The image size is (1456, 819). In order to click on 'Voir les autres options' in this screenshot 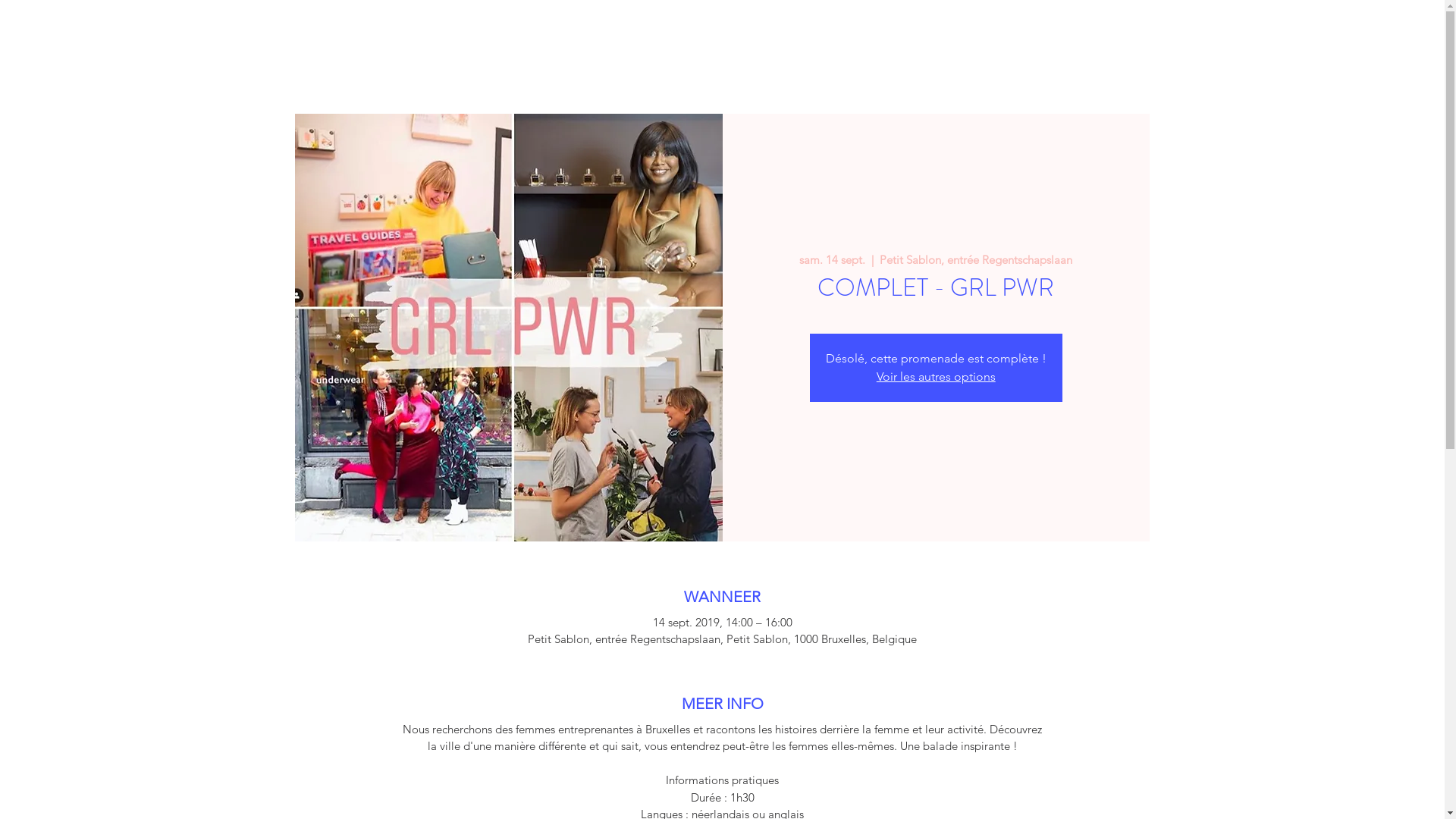, I will do `click(877, 375)`.